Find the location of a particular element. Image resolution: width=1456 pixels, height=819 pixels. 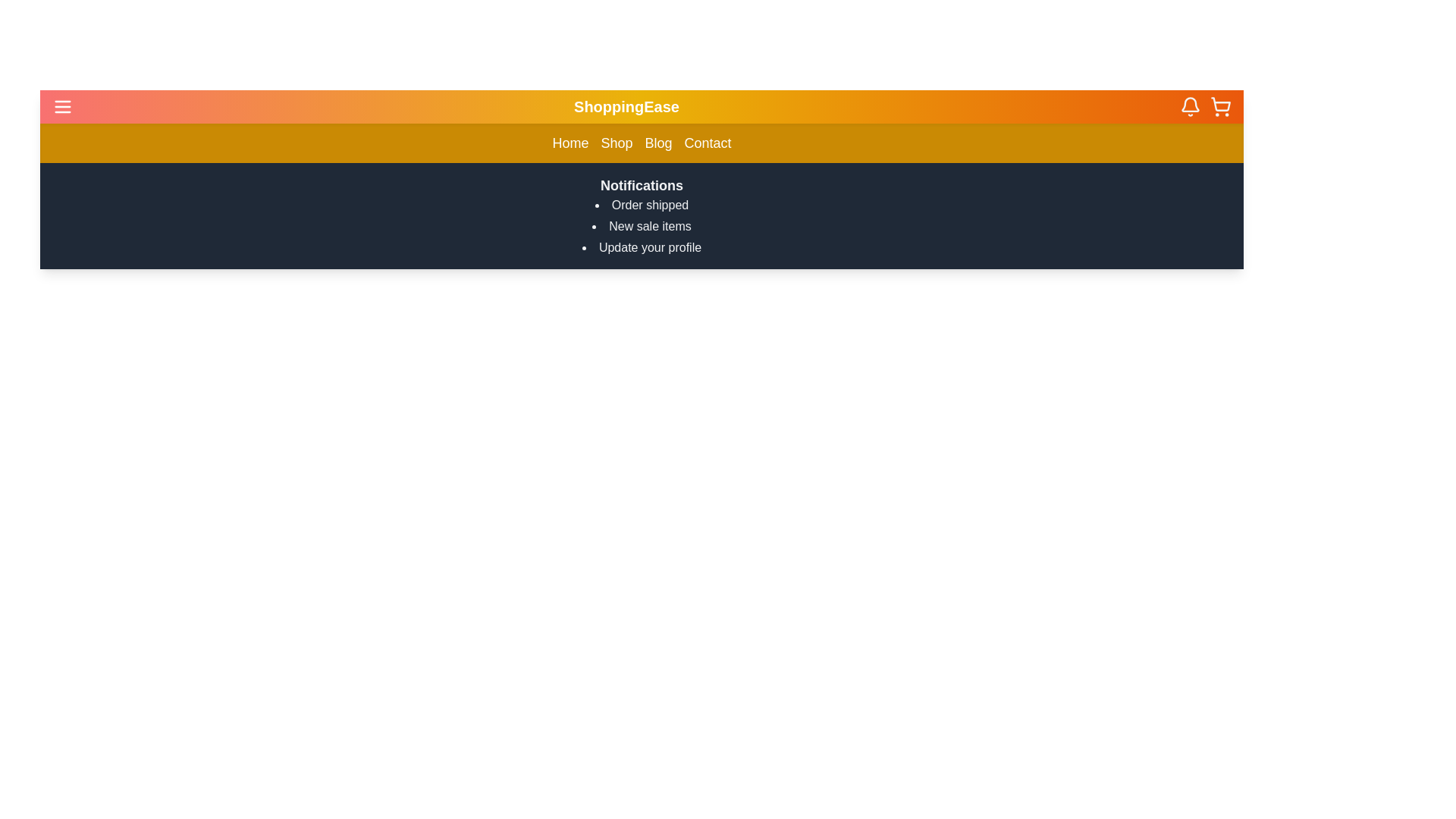

the orange shopping cart IconButton located in the upper right corner of the navigation bar to trigger a tooltip or visual effect is located at coordinates (1221, 103).